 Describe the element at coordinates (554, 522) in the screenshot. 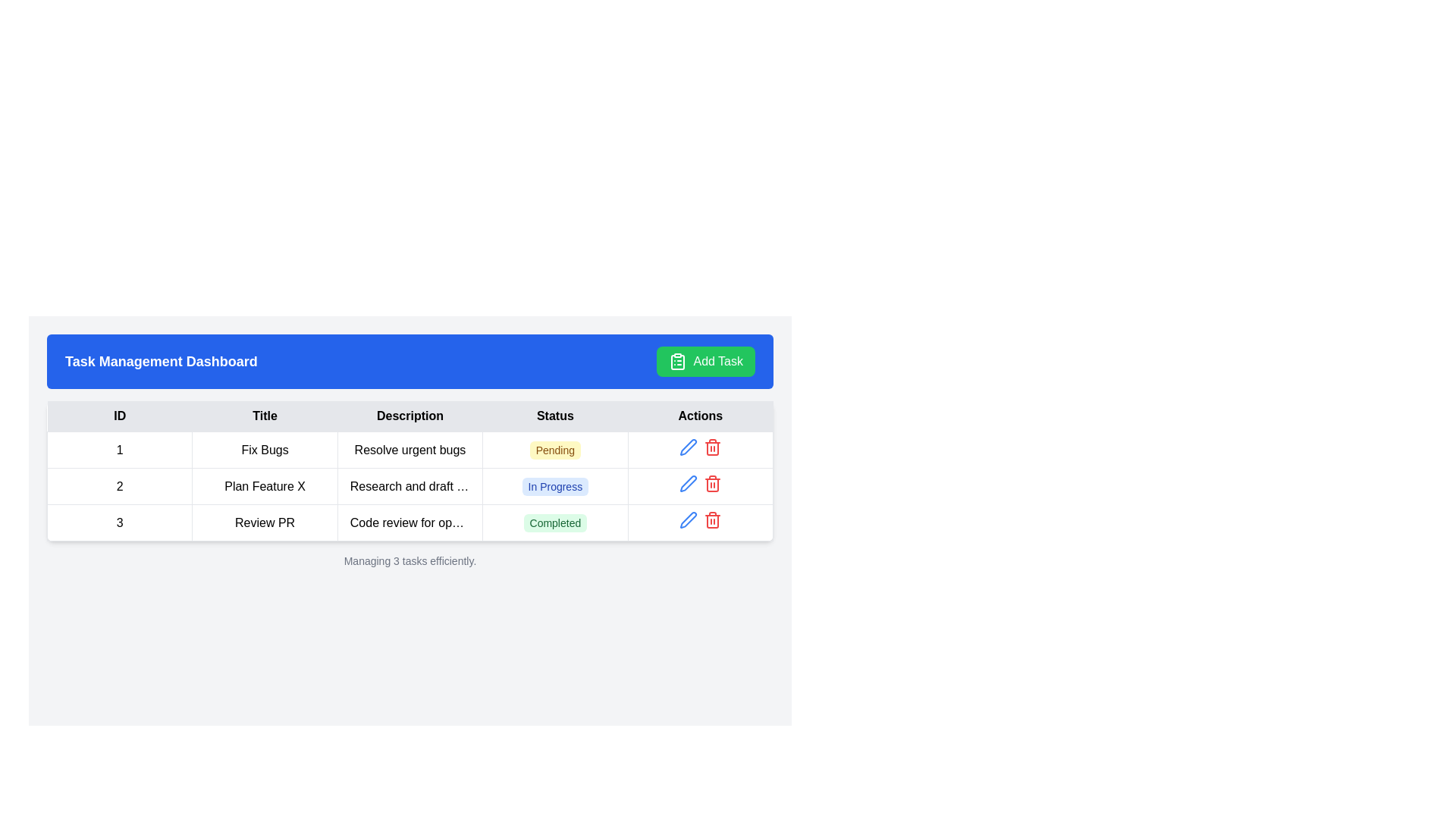

I see `status from the label displaying 'Completed' with green text and background, located in the 'Status' column of the third row of the table` at that location.